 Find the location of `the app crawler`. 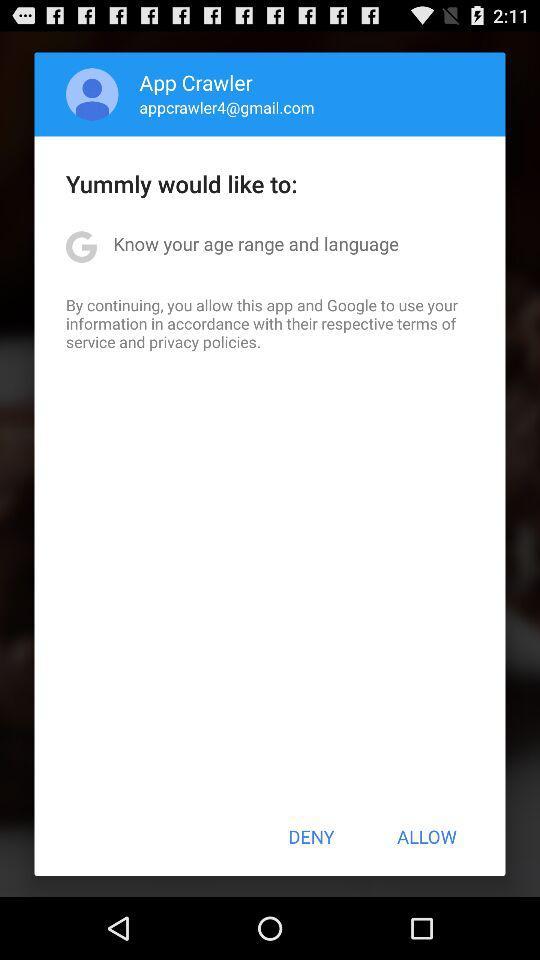

the app crawler is located at coordinates (196, 82).